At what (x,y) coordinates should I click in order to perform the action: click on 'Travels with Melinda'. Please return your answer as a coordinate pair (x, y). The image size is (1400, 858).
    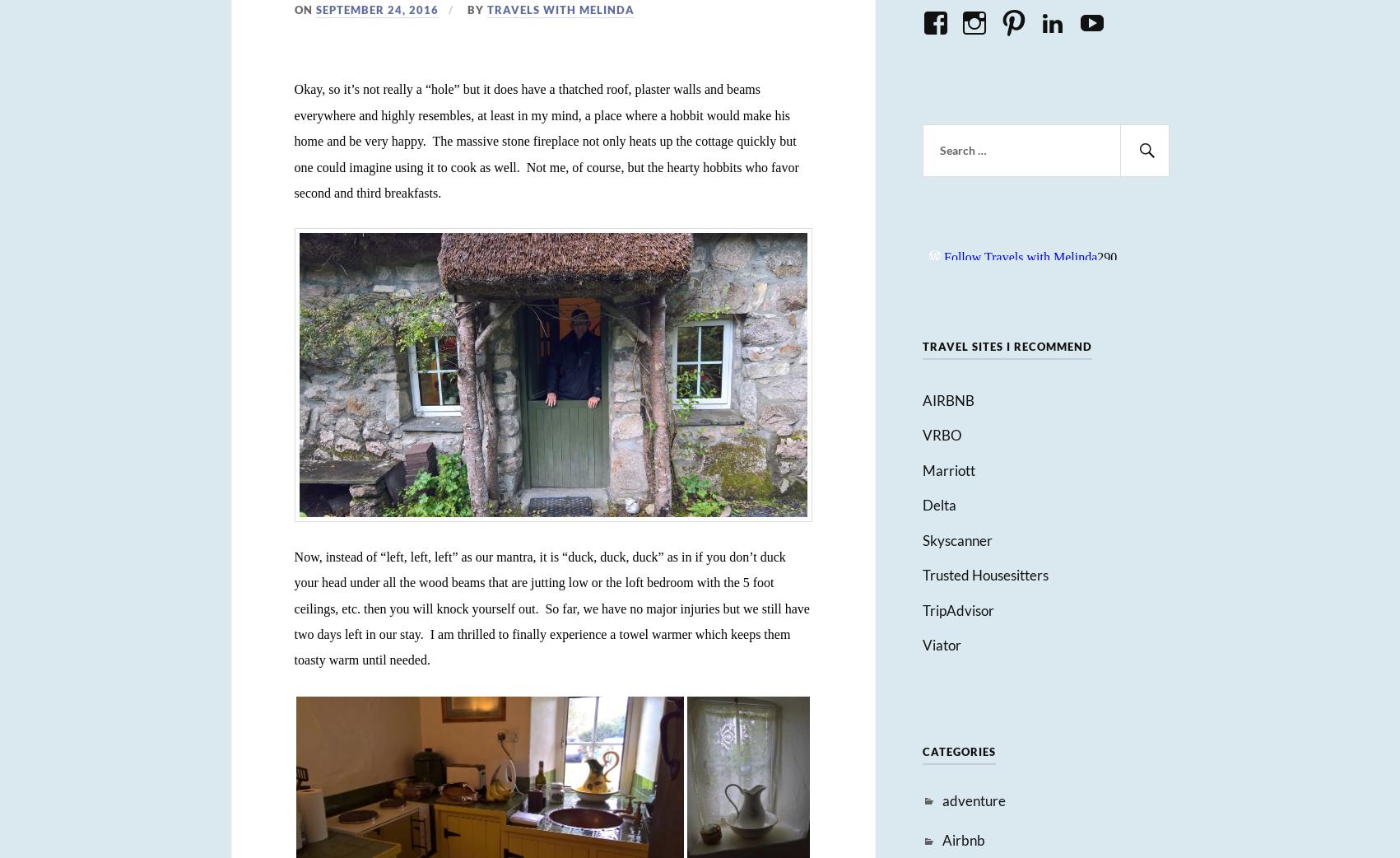
    Looking at the image, I should click on (560, 8).